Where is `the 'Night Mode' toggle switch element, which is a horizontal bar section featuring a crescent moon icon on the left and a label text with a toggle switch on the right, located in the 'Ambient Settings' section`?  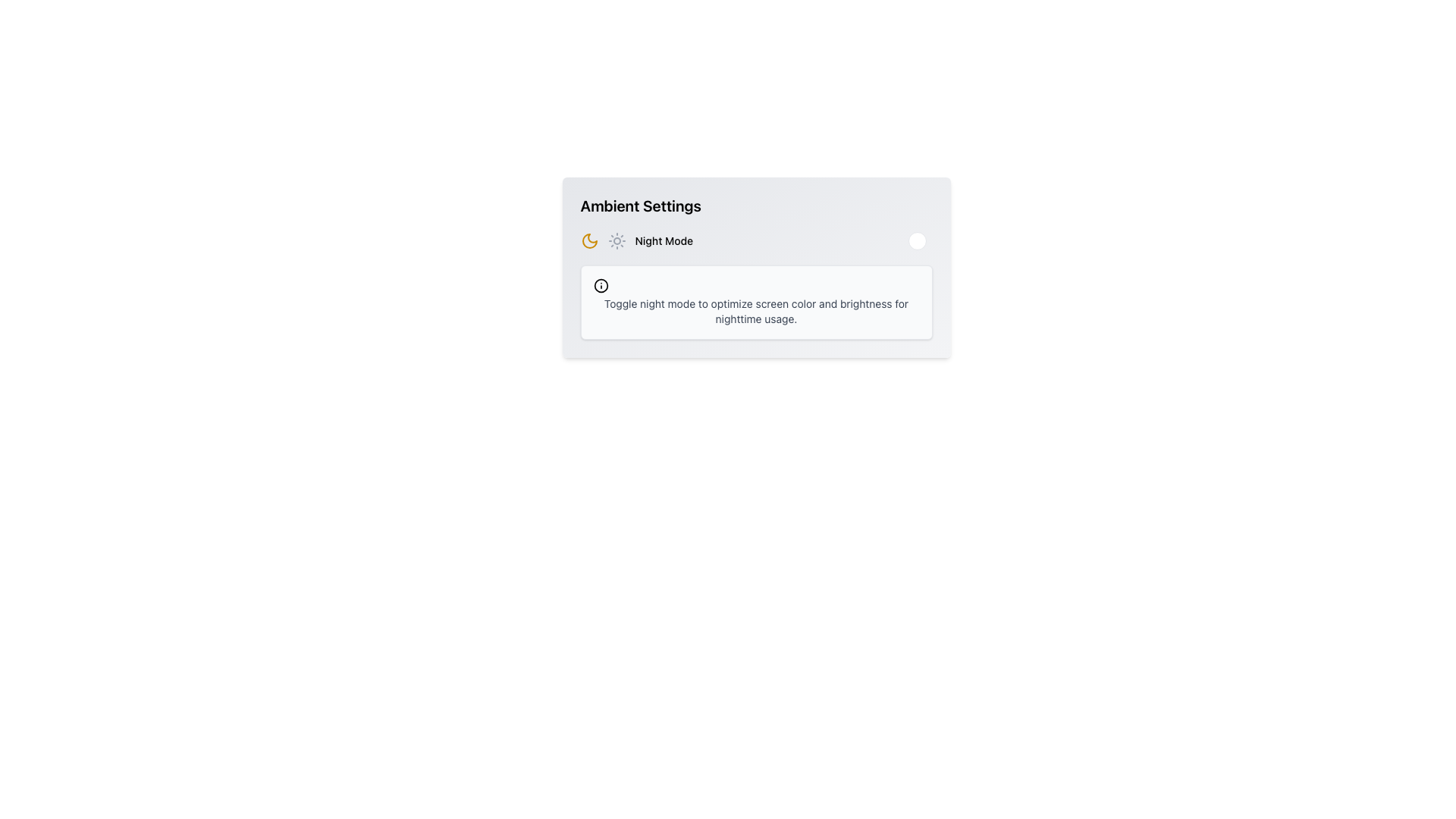
the 'Night Mode' toggle switch element, which is a horizontal bar section featuring a crescent moon icon on the left and a label text with a toggle switch on the right, located in the 'Ambient Settings' section is located at coordinates (756, 240).